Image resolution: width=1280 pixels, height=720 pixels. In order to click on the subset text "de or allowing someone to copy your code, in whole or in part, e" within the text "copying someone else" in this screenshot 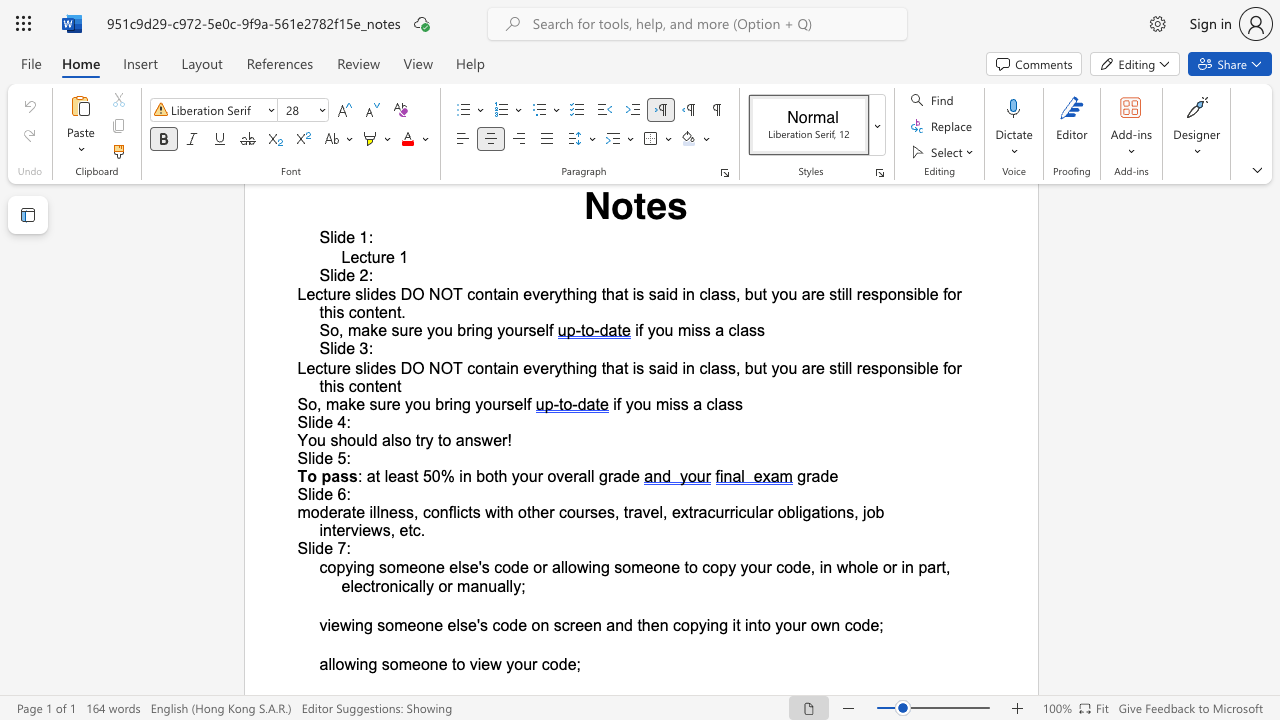, I will do `click(511, 567)`.